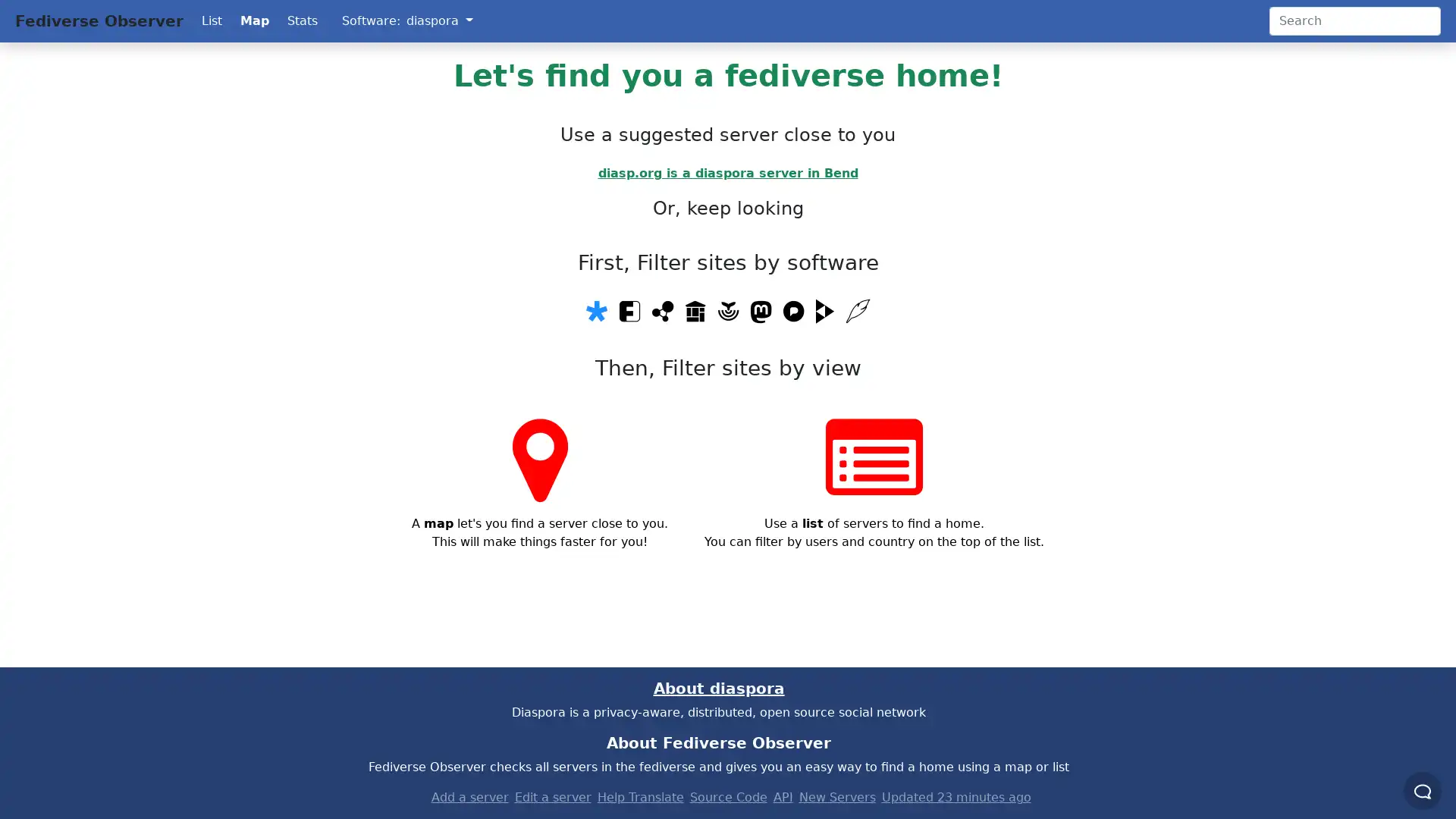 The image size is (1456, 819). I want to click on diaspora, so click(438, 20).